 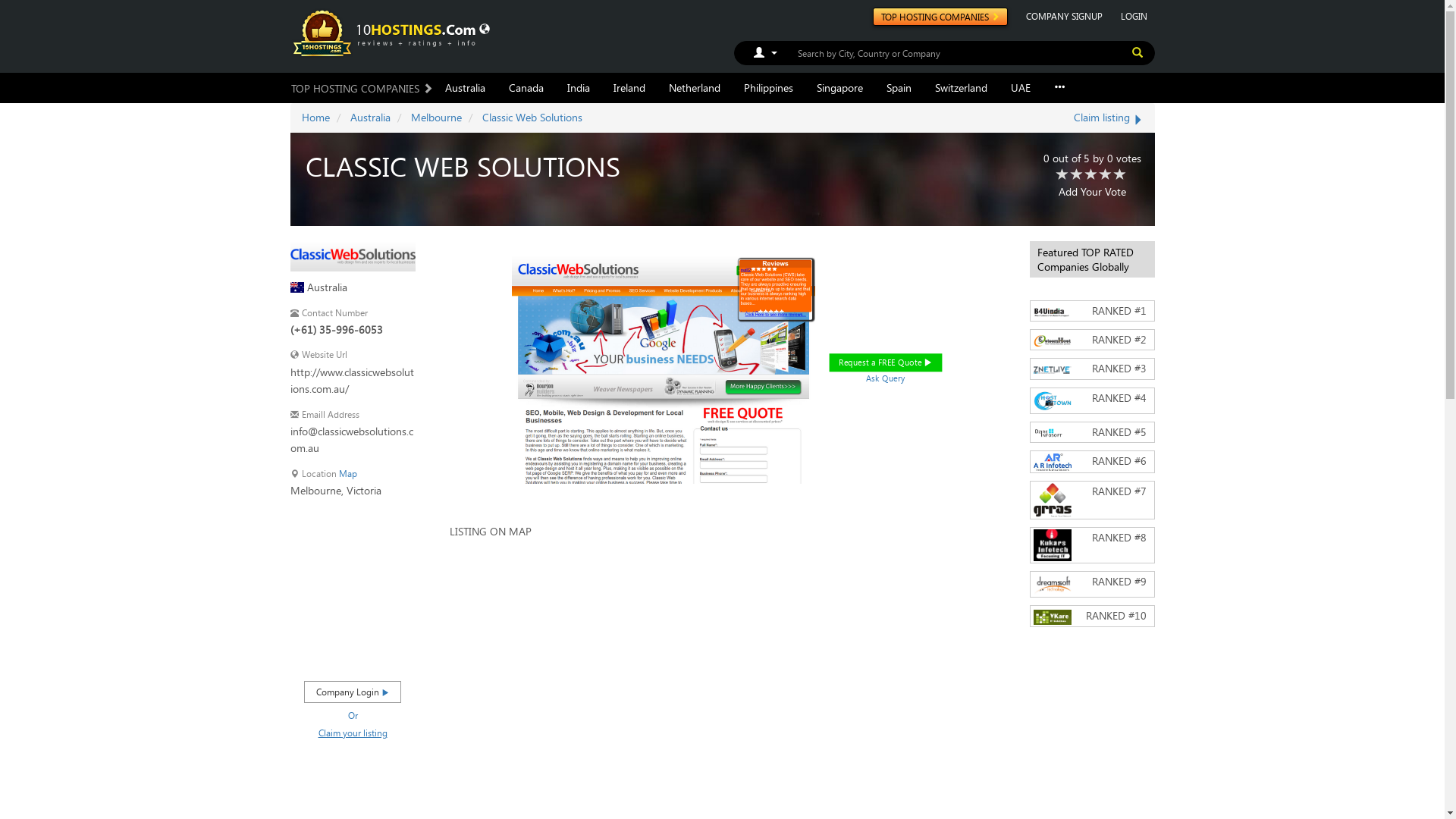 What do you see at coordinates (1092, 338) in the screenshot?
I see `'RANKED #2'` at bounding box center [1092, 338].